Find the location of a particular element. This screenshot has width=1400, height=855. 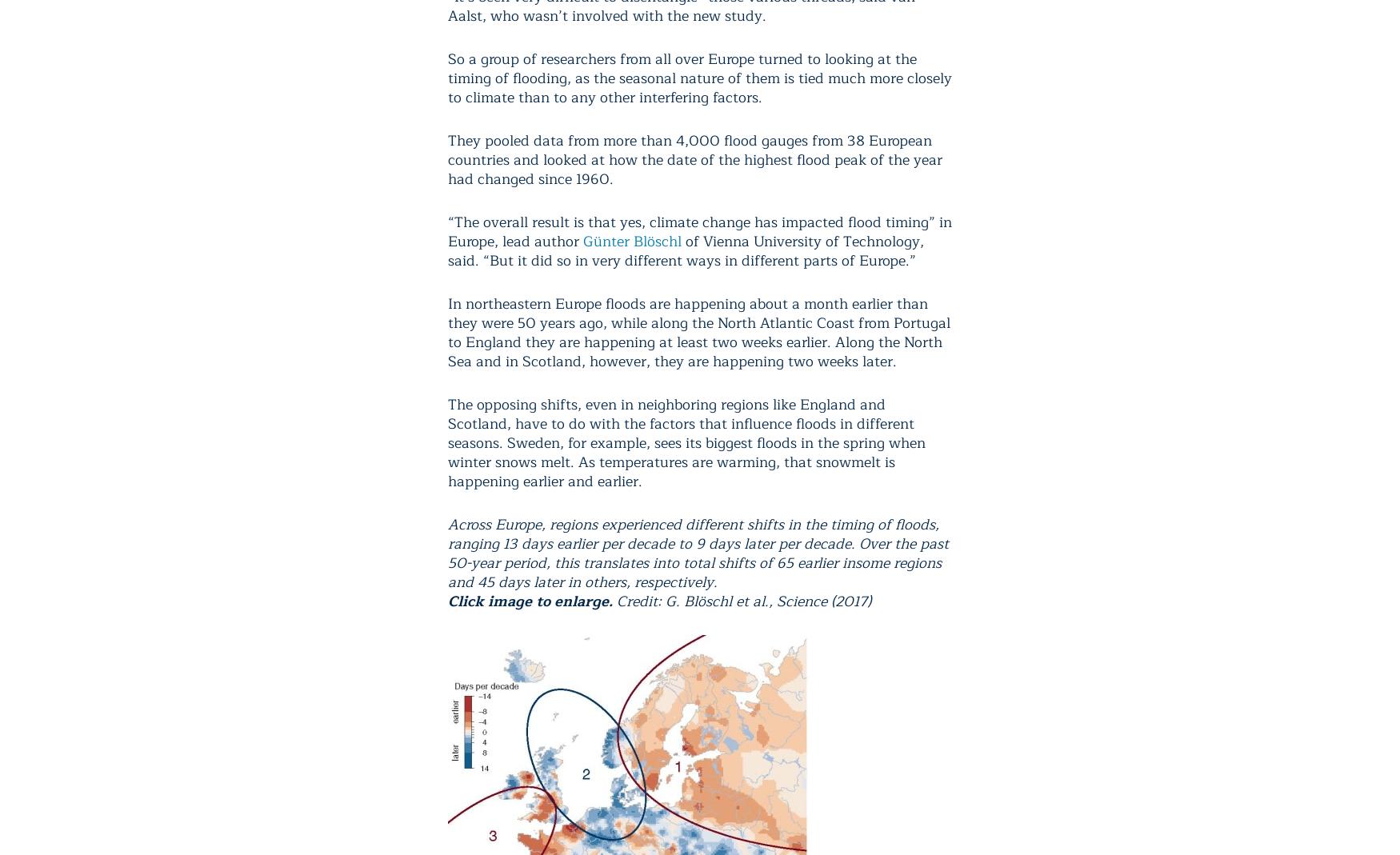

'The opposing shifts, even in neighboring regions like England and Scotland, have to do with the factors that influence floods in different seasons. Sweden, for example, sees its biggest floods in the spring when winter snows melt. As temperatures are warming, that snowmelt is happening earlier and earlier.' is located at coordinates (447, 441).